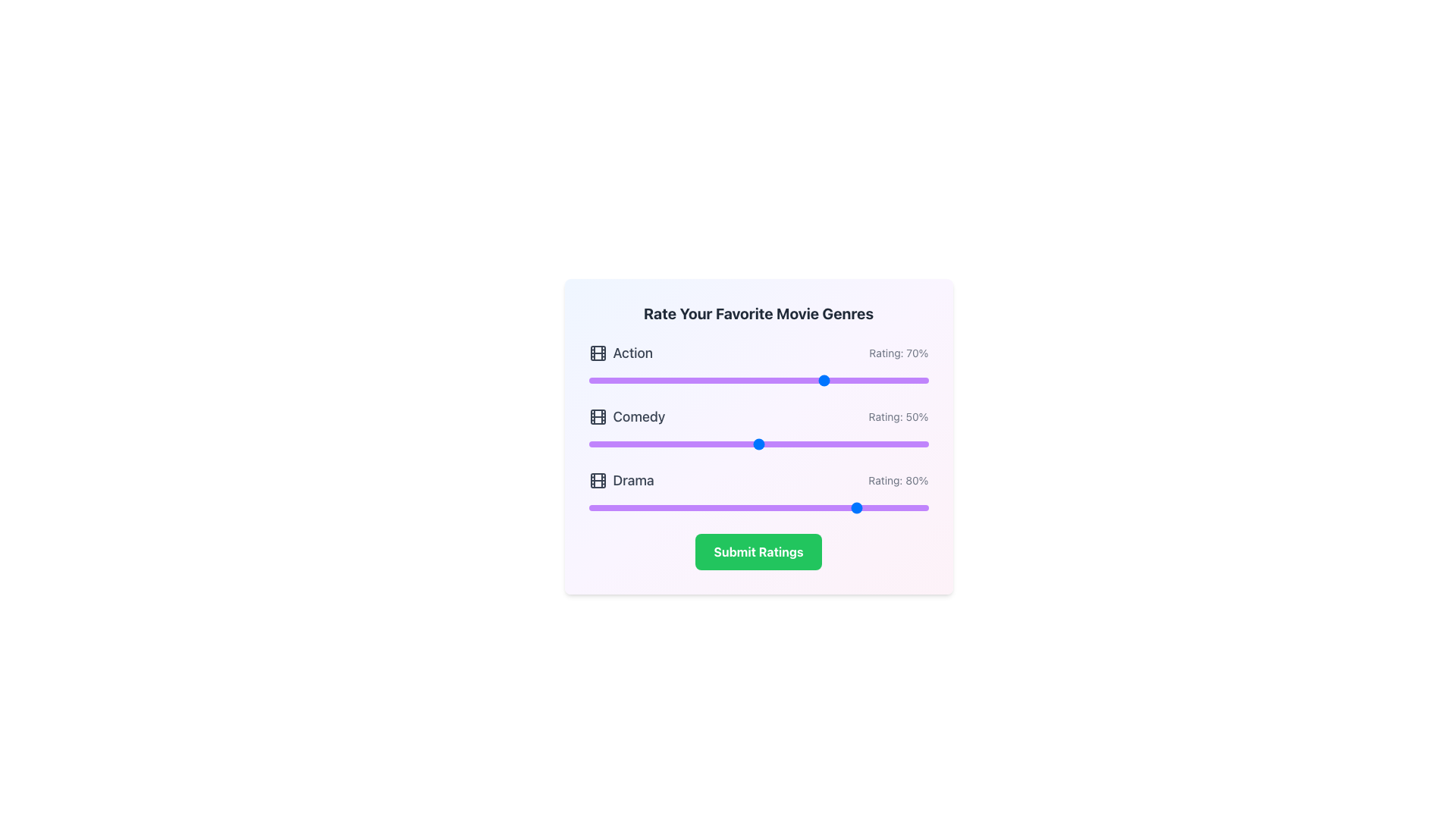 This screenshot has width=1456, height=819. Describe the element at coordinates (629, 379) in the screenshot. I see `the 'Action' movie genre rating` at that location.